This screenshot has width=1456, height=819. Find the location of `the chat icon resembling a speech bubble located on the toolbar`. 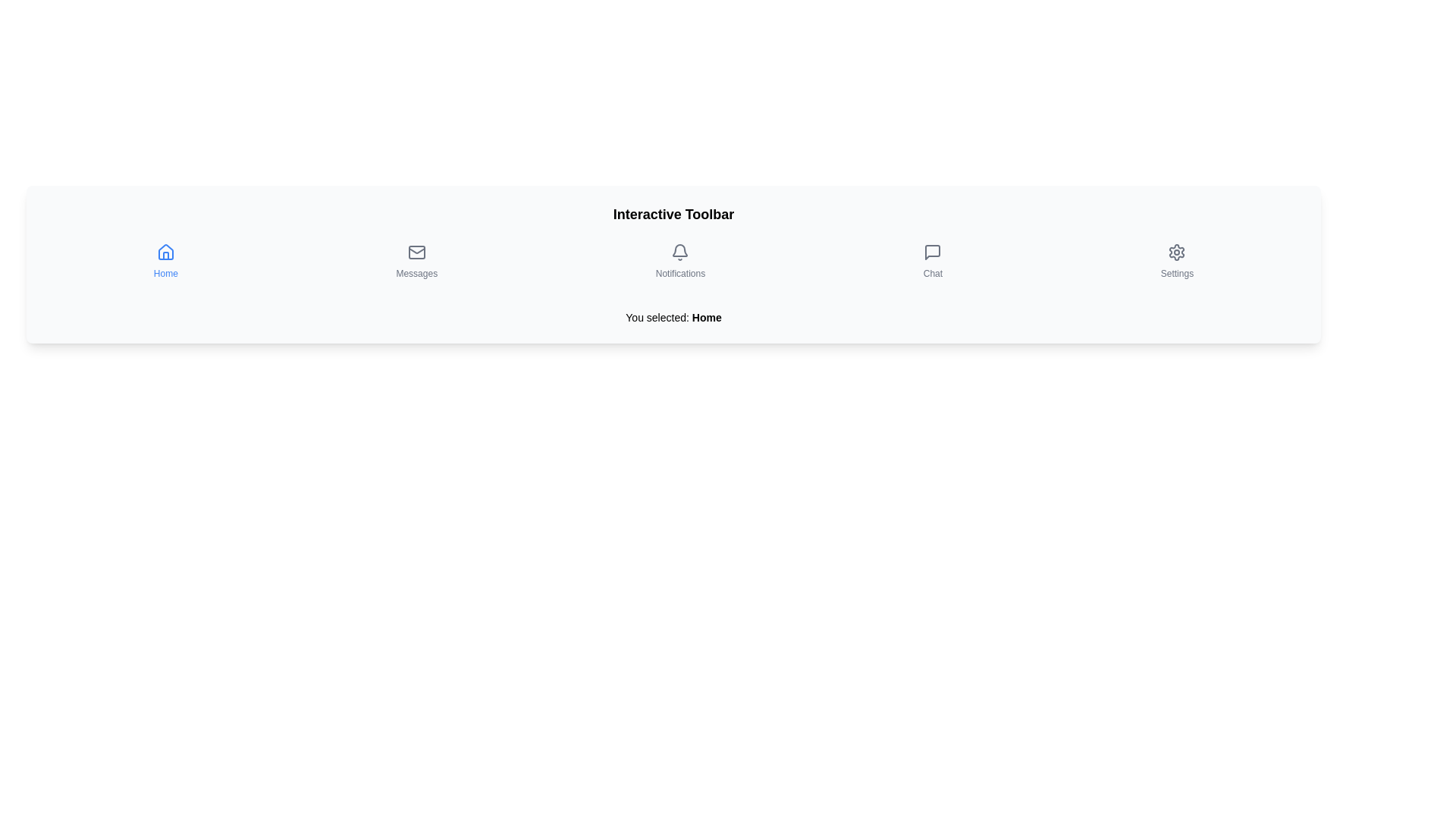

the chat icon resembling a speech bubble located on the toolbar is located at coordinates (931, 251).